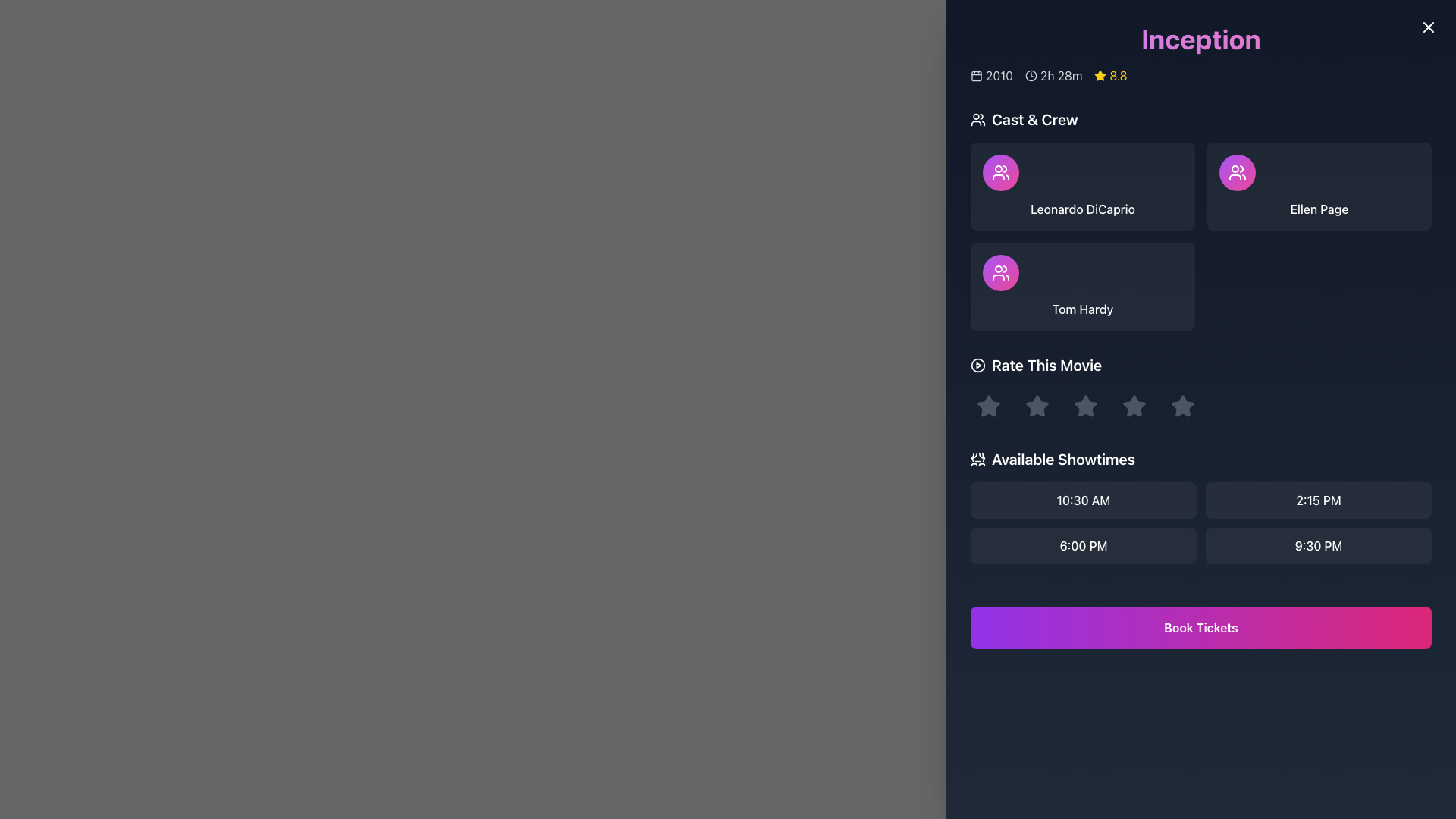  Describe the element at coordinates (1084, 406) in the screenshot. I see `the third star in the 'Rate This Movie' section` at that location.